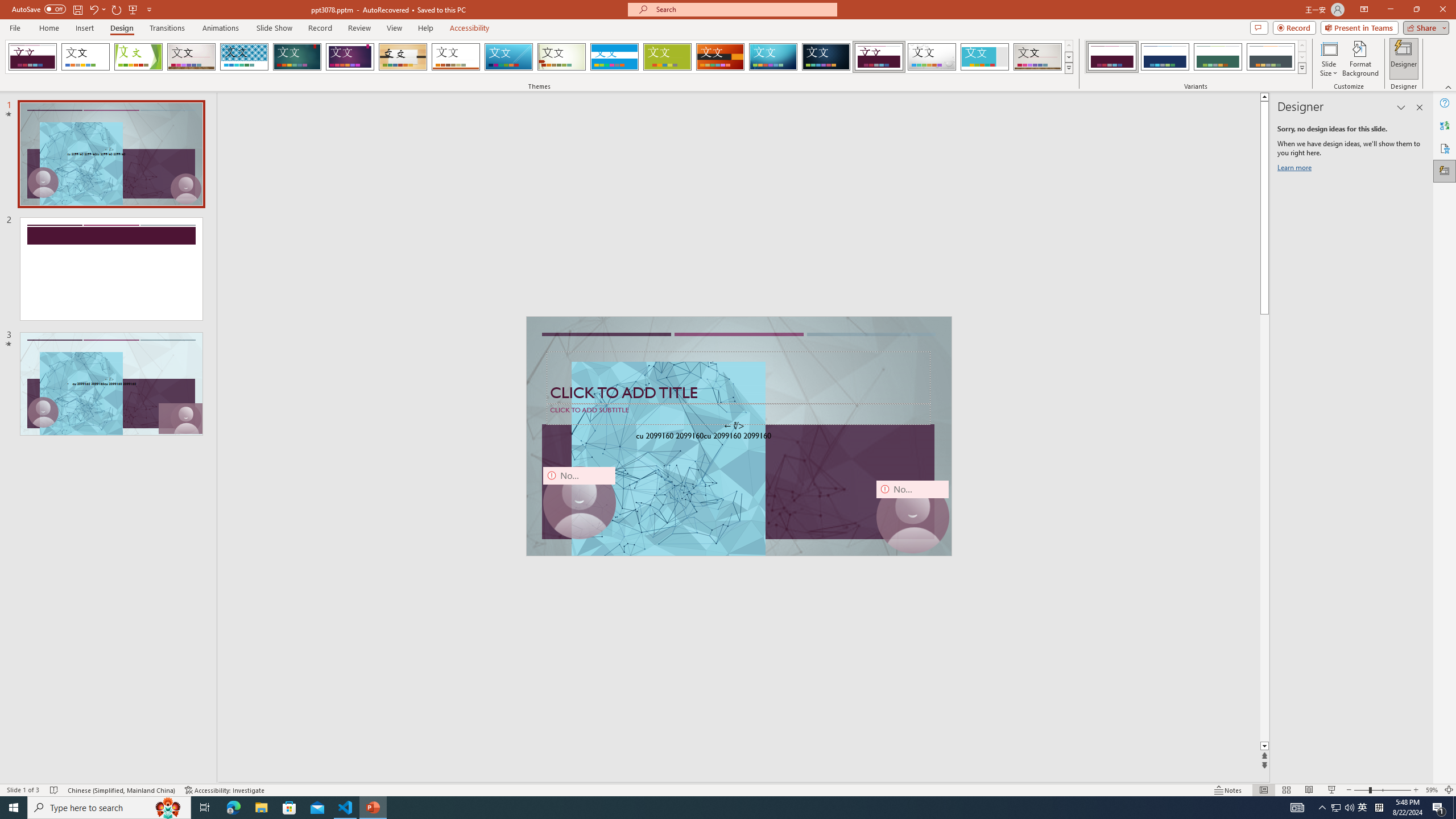 This screenshot has height=819, width=1456. What do you see at coordinates (244, 56) in the screenshot?
I see `'Integral'` at bounding box center [244, 56].